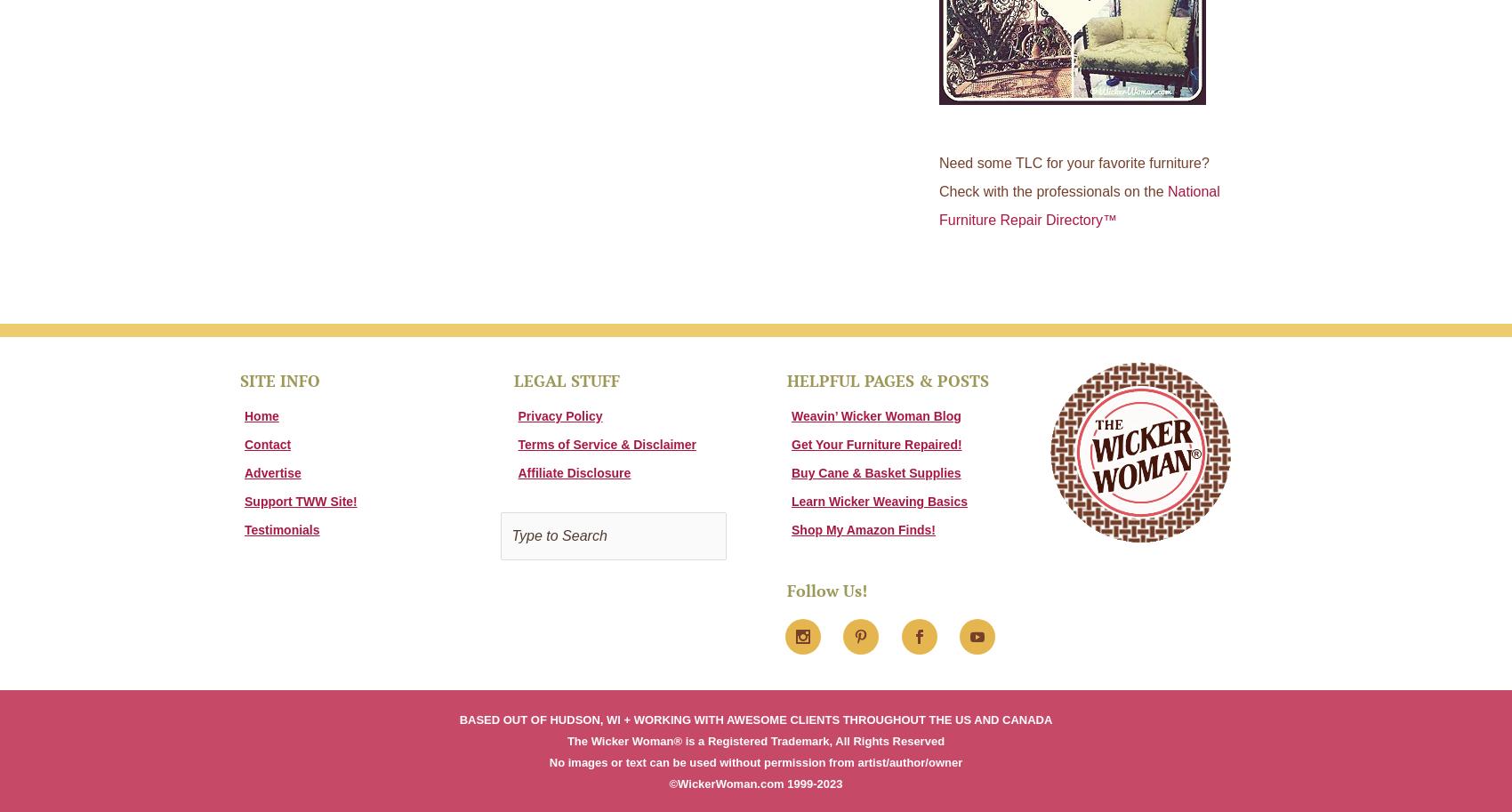  Describe the element at coordinates (261, 414) in the screenshot. I see `'Home'` at that location.